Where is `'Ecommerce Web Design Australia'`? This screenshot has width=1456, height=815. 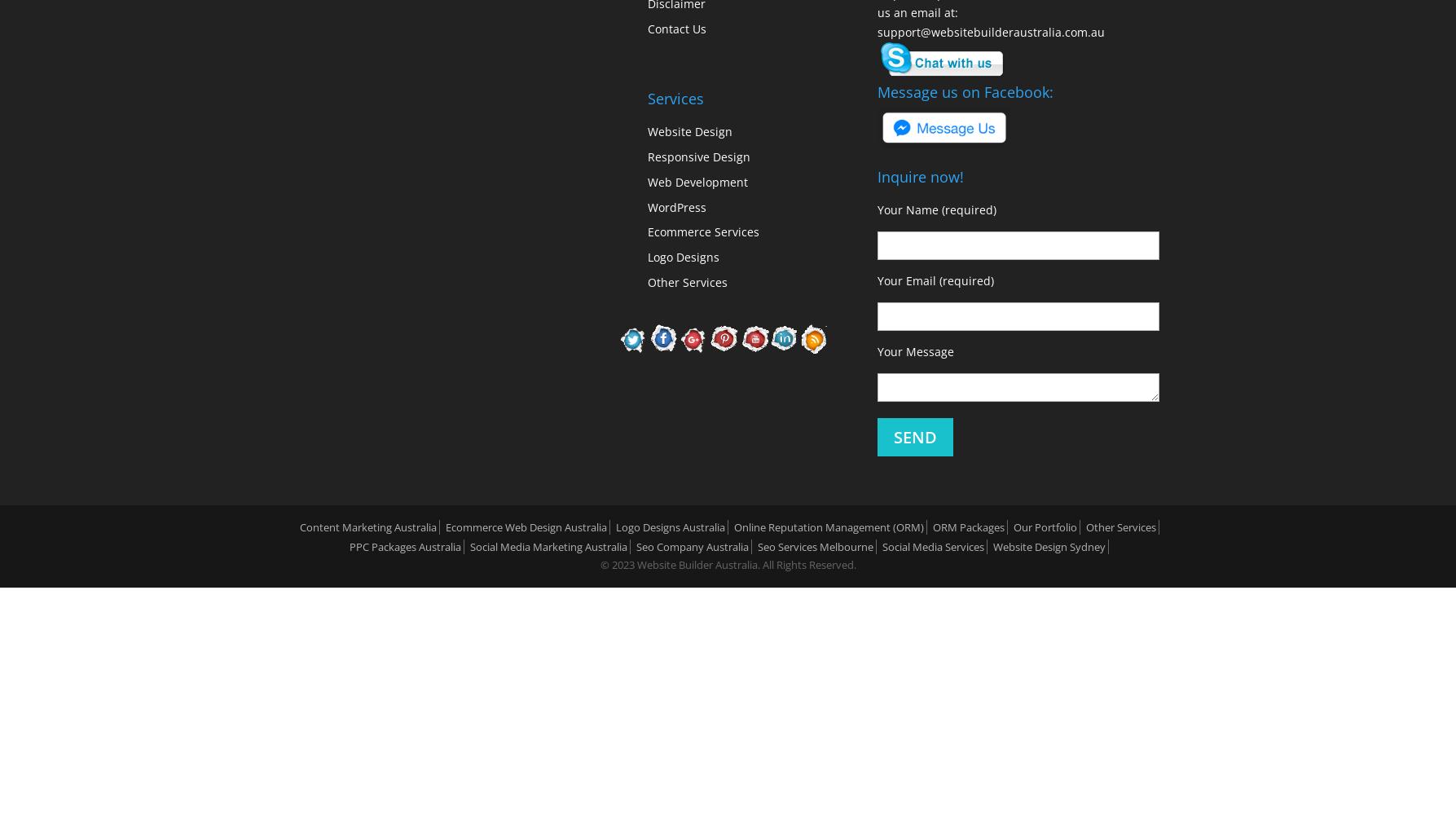 'Ecommerce Web Design Australia' is located at coordinates (524, 526).